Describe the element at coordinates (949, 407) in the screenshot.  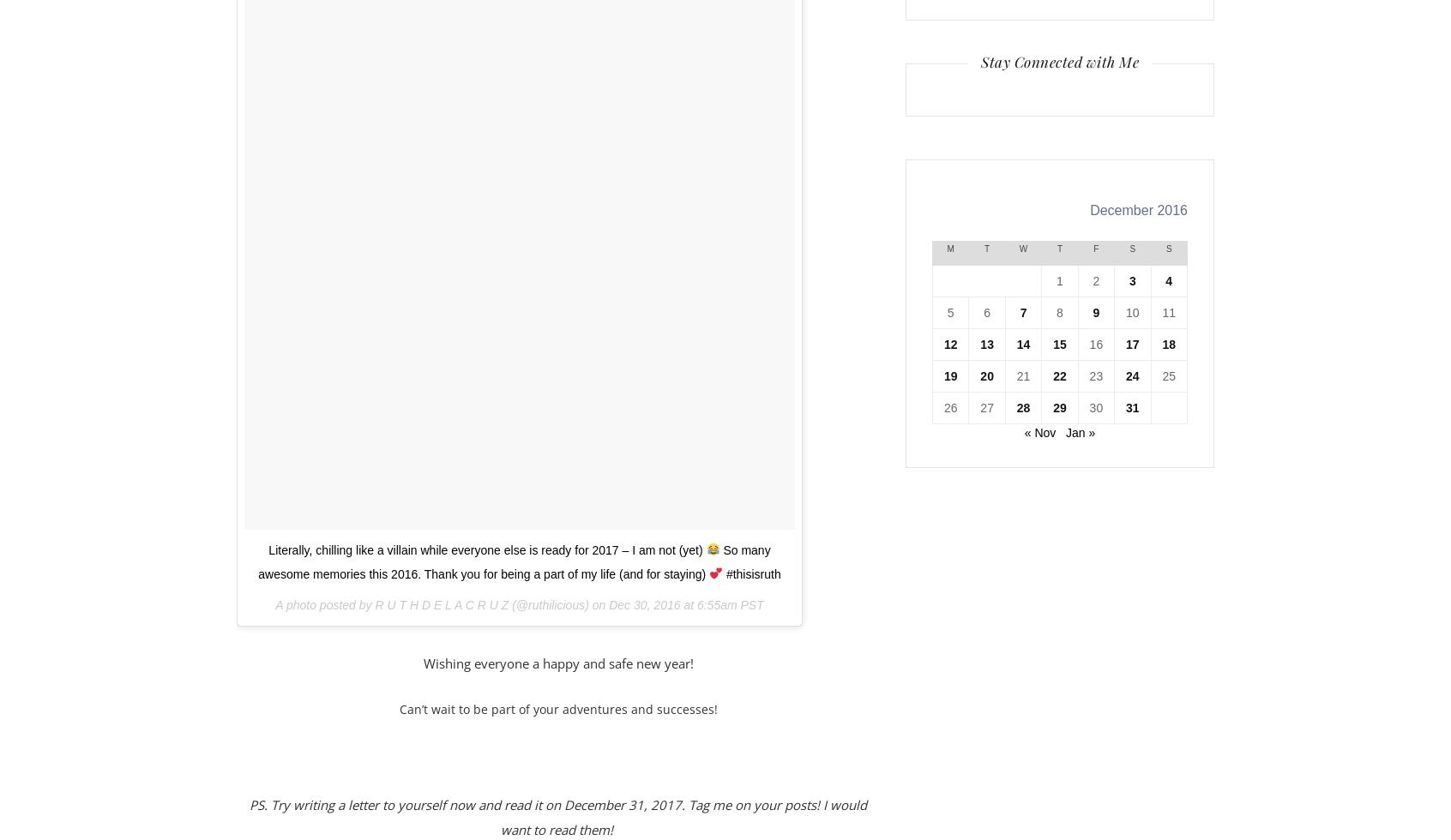
I see `'26'` at that location.